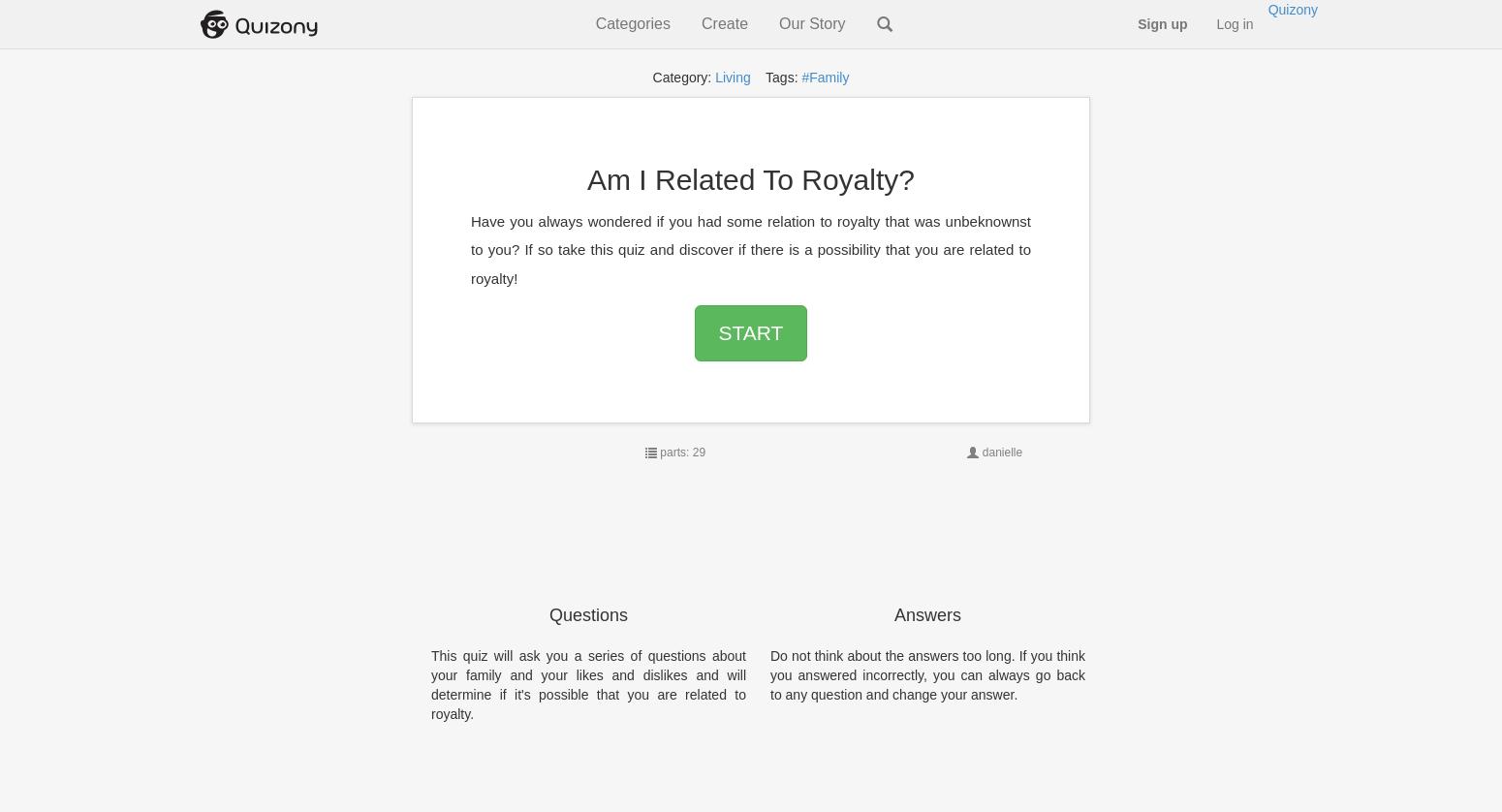  Describe the element at coordinates (588, 684) in the screenshot. I see `'This quiz will ask you a series of questions about your family and your likes and dislikes and will determine if it's possible that you are related to royalty.'` at that location.